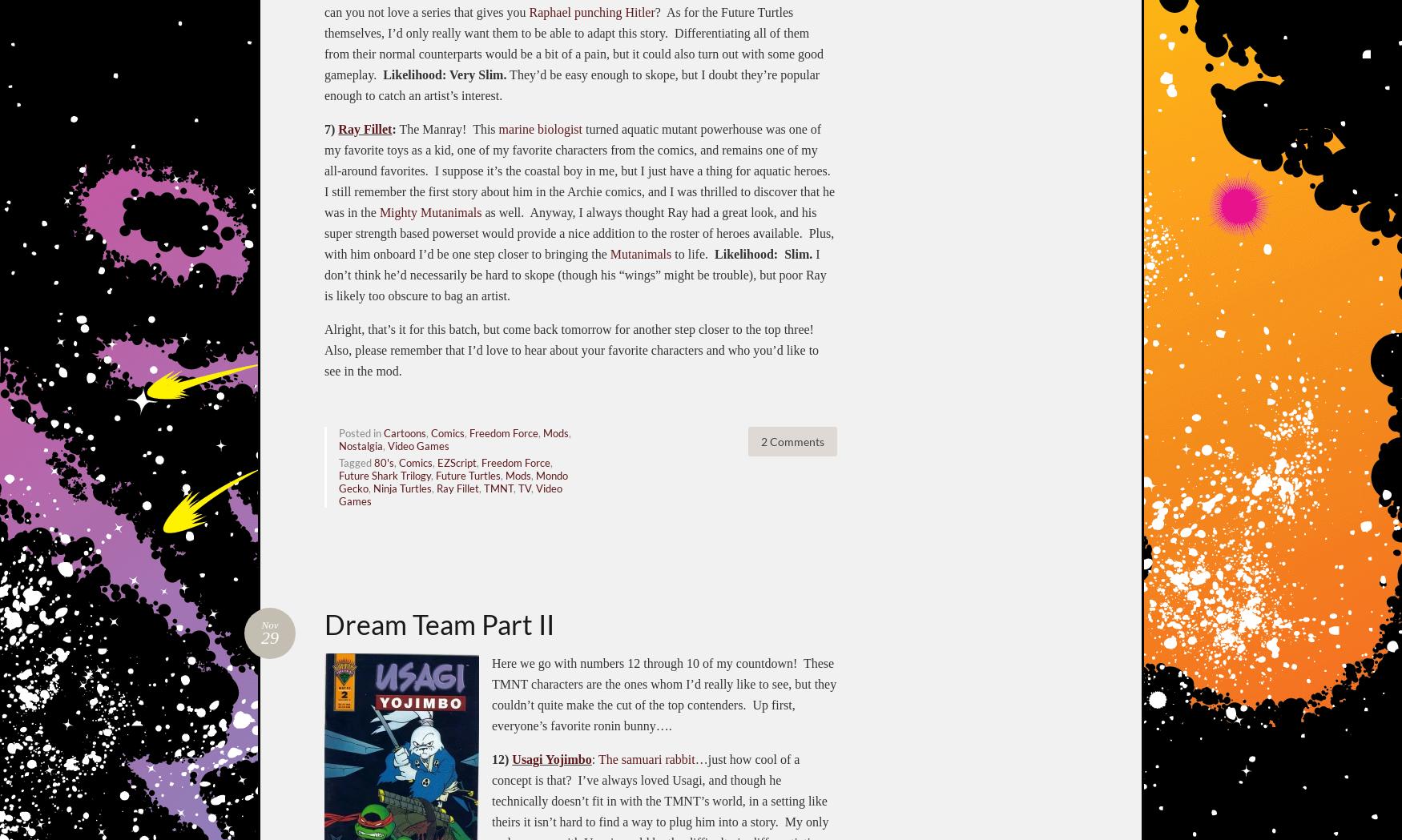 This screenshot has width=1402, height=840. What do you see at coordinates (383, 432) in the screenshot?
I see `'Cartoons'` at bounding box center [383, 432].